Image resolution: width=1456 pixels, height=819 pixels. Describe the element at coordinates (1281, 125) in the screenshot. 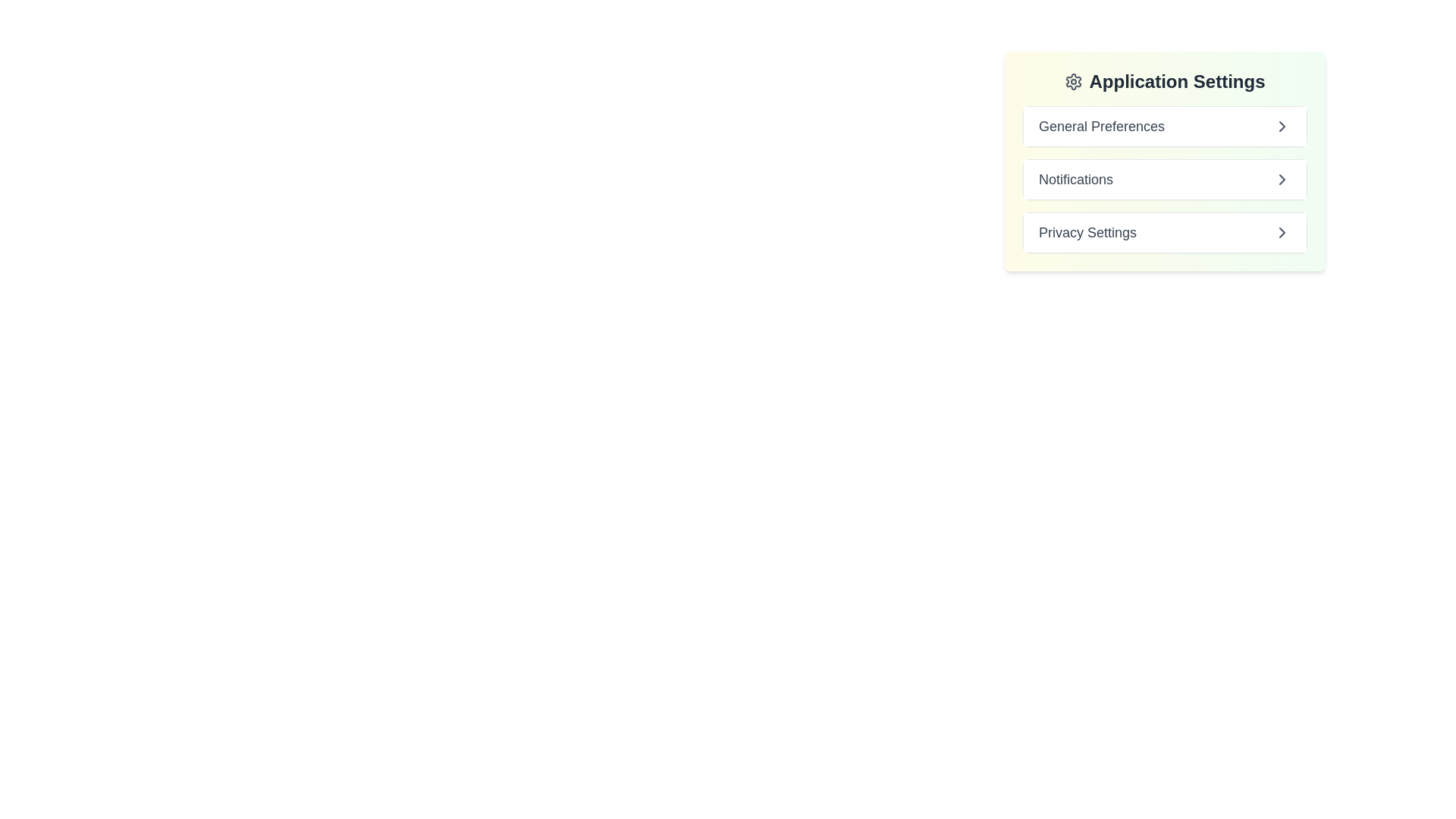

I see `the chevron icon located at the far-right end of the 'General Preferences' list item in the 'Application Settings' section` at that location.